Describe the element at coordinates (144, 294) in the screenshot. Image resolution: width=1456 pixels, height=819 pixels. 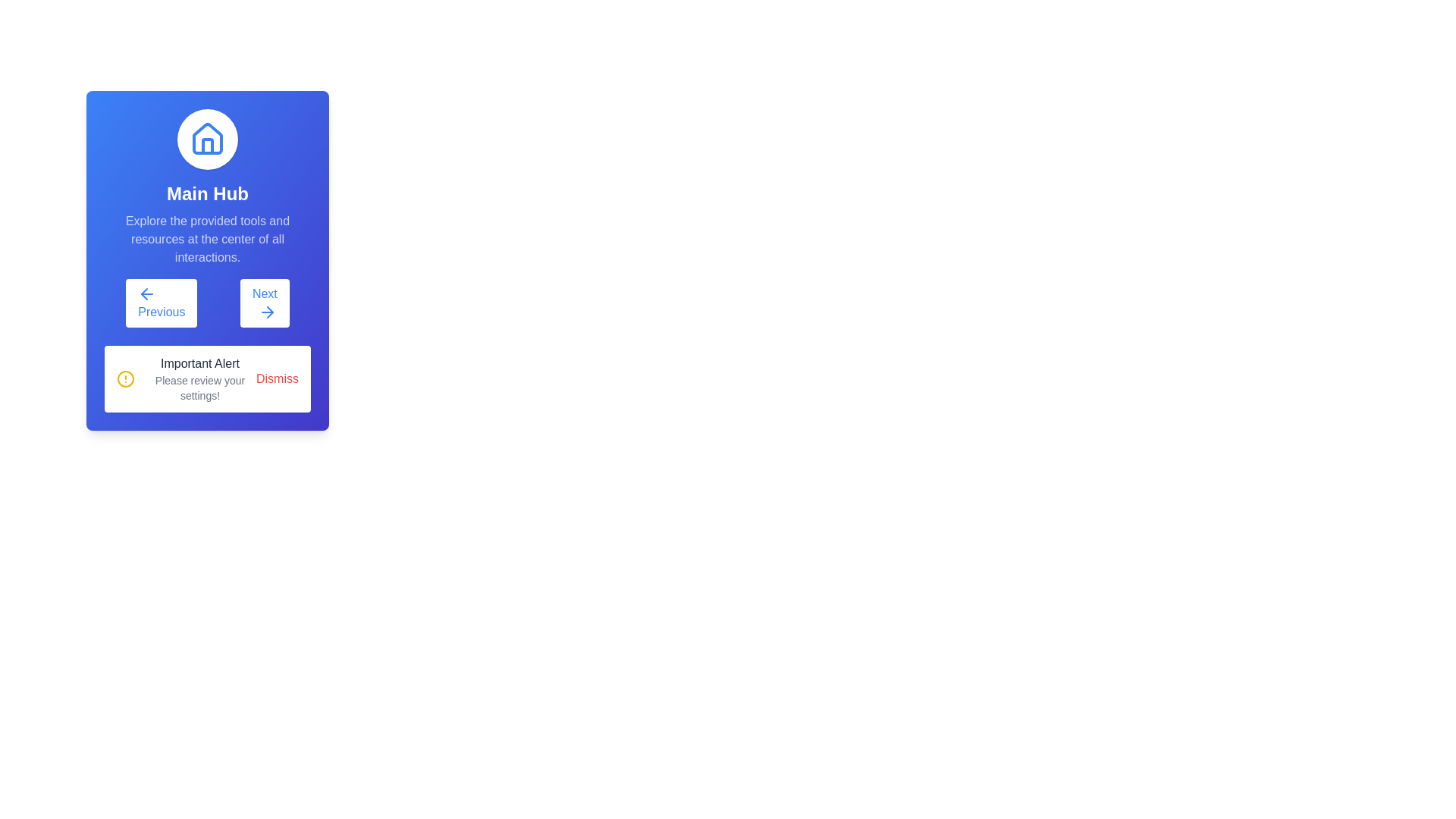
I see `the left-pointing arrow icon within the 'Previous' button` at that location.